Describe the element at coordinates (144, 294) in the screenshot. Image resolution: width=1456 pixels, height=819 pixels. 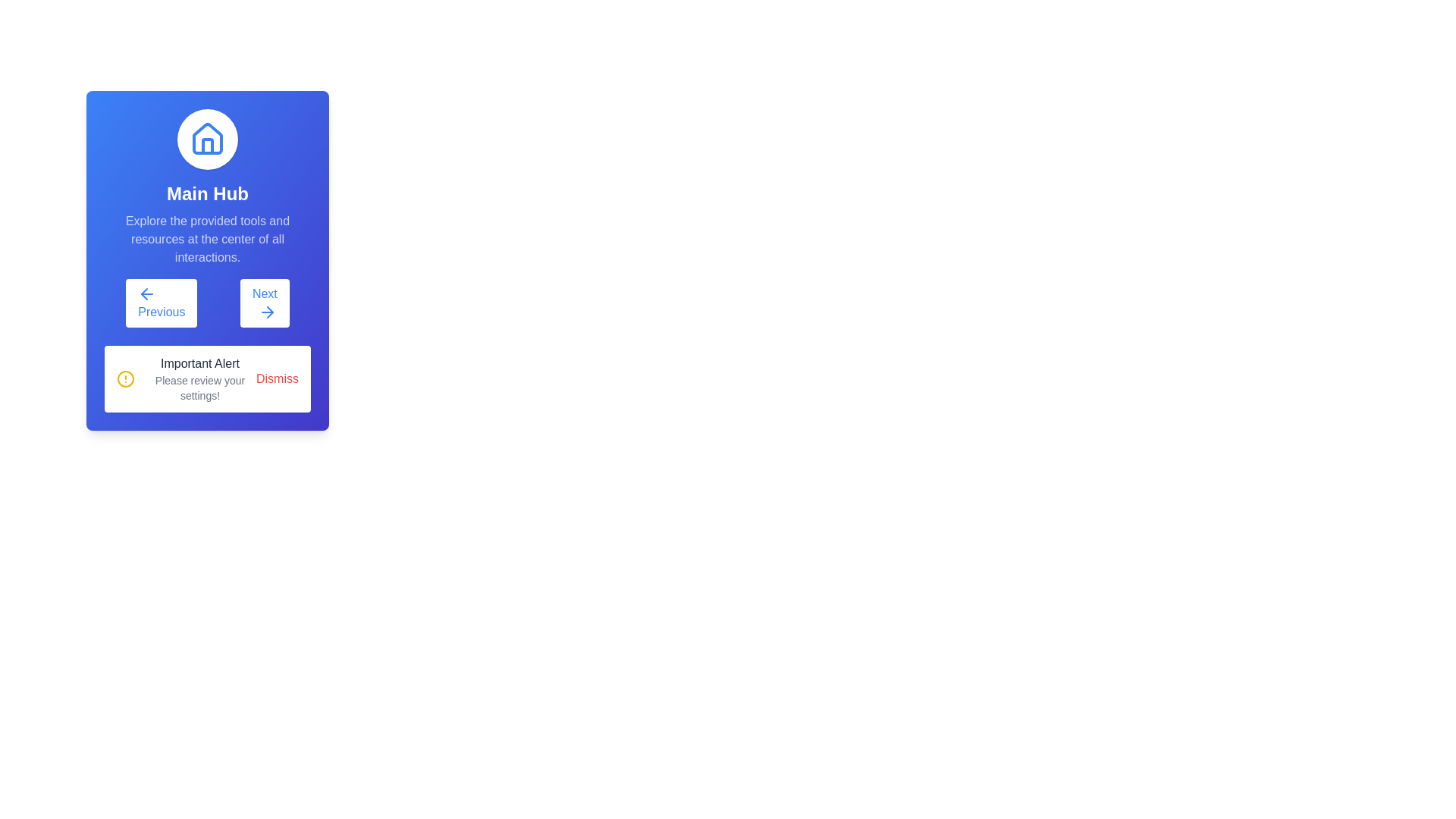
I see `the left-pointing arrow icon within the 'Previous' button` at that location.